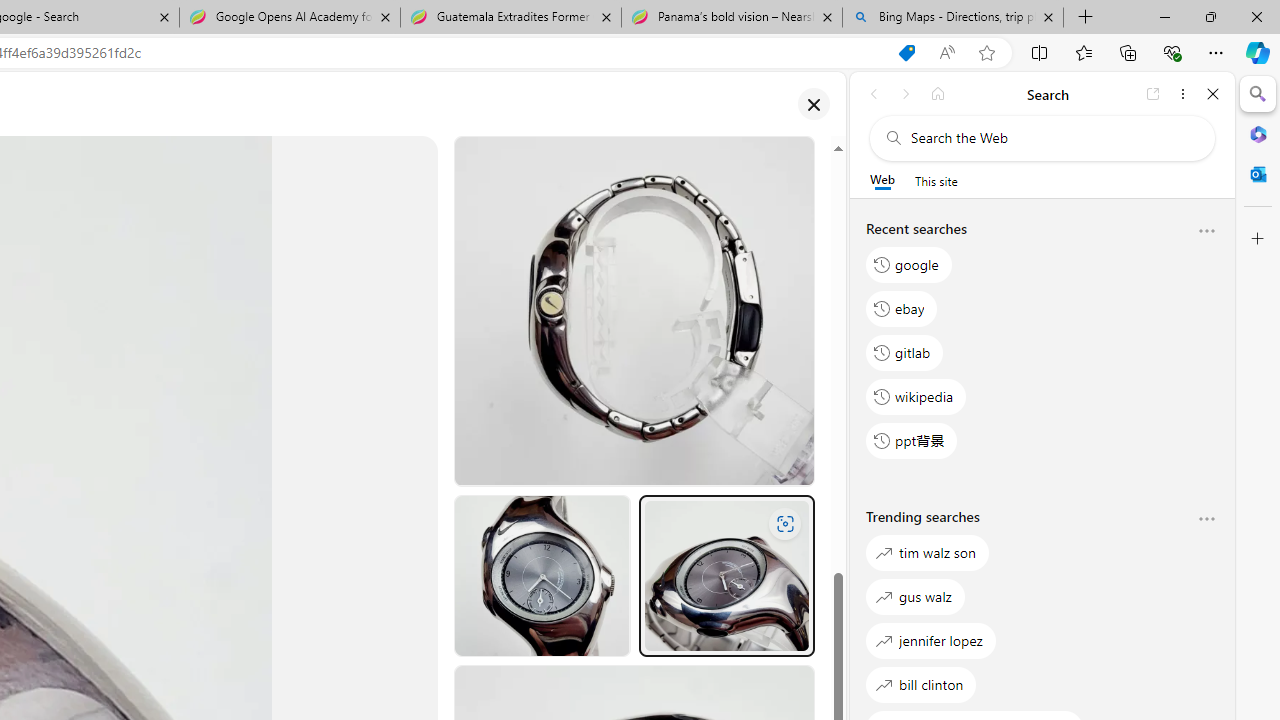 Image resolution: width=1280 pixels, height=720 pixels. I want to click on 'gitlab', so click(904, 351).